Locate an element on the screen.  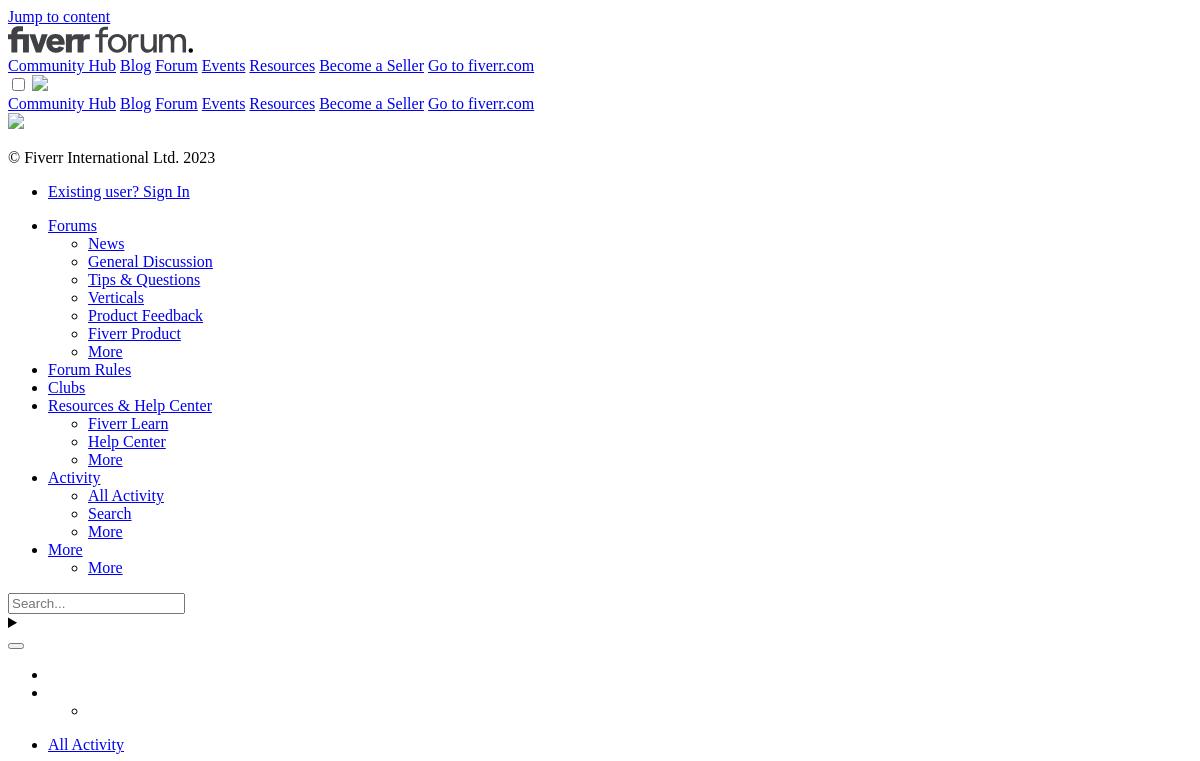
'Albums' is located at coordinates (93, 738).